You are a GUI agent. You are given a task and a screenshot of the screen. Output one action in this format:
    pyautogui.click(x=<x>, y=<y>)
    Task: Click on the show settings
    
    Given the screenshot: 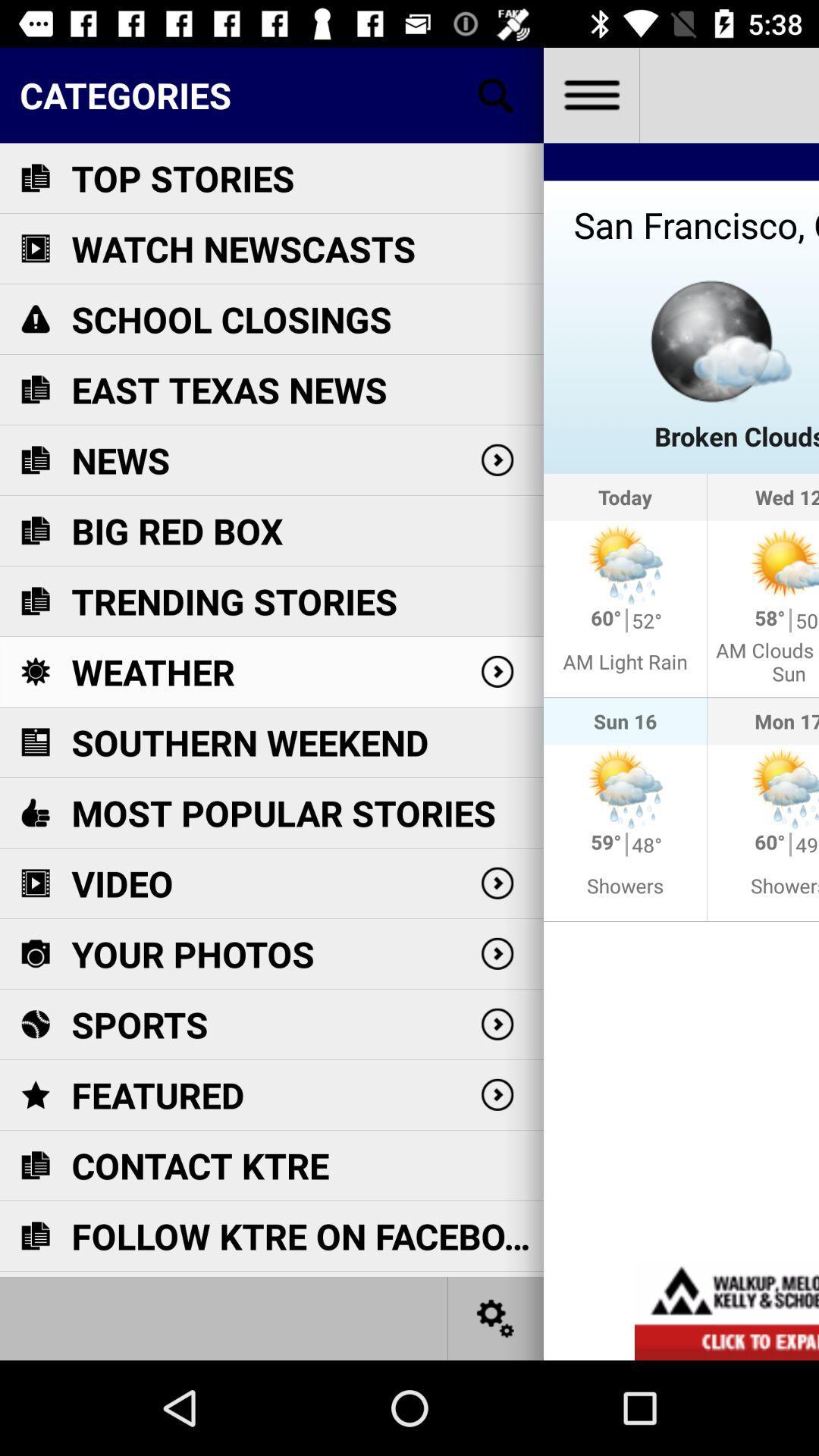 What is the action you would take?
    pyautogui.click(x=496, y=1317)
    